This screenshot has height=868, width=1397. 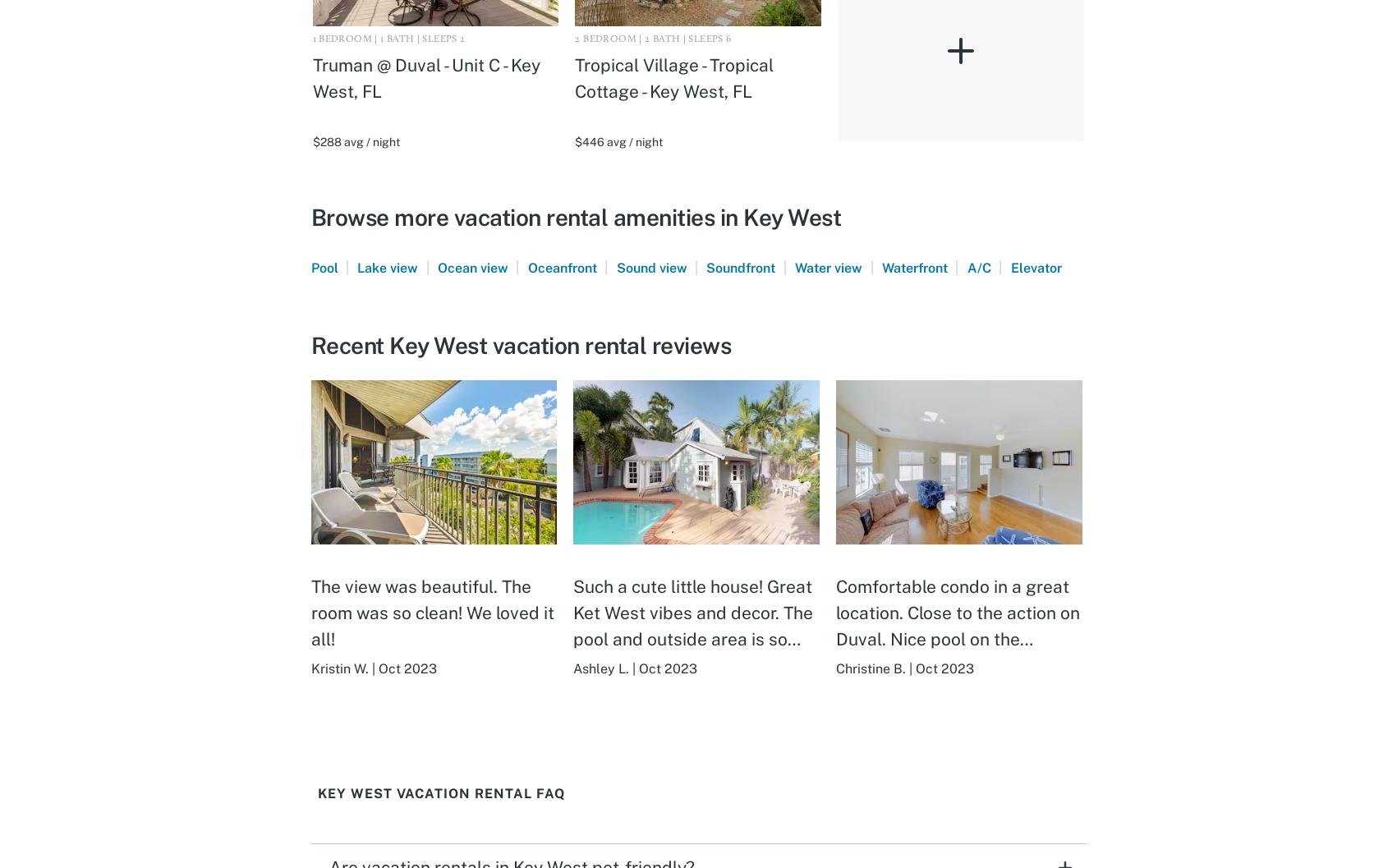 I want to click on 'The view was beautiful.  The room was so clean!  We loved it all!', so click(x=431, y=611).